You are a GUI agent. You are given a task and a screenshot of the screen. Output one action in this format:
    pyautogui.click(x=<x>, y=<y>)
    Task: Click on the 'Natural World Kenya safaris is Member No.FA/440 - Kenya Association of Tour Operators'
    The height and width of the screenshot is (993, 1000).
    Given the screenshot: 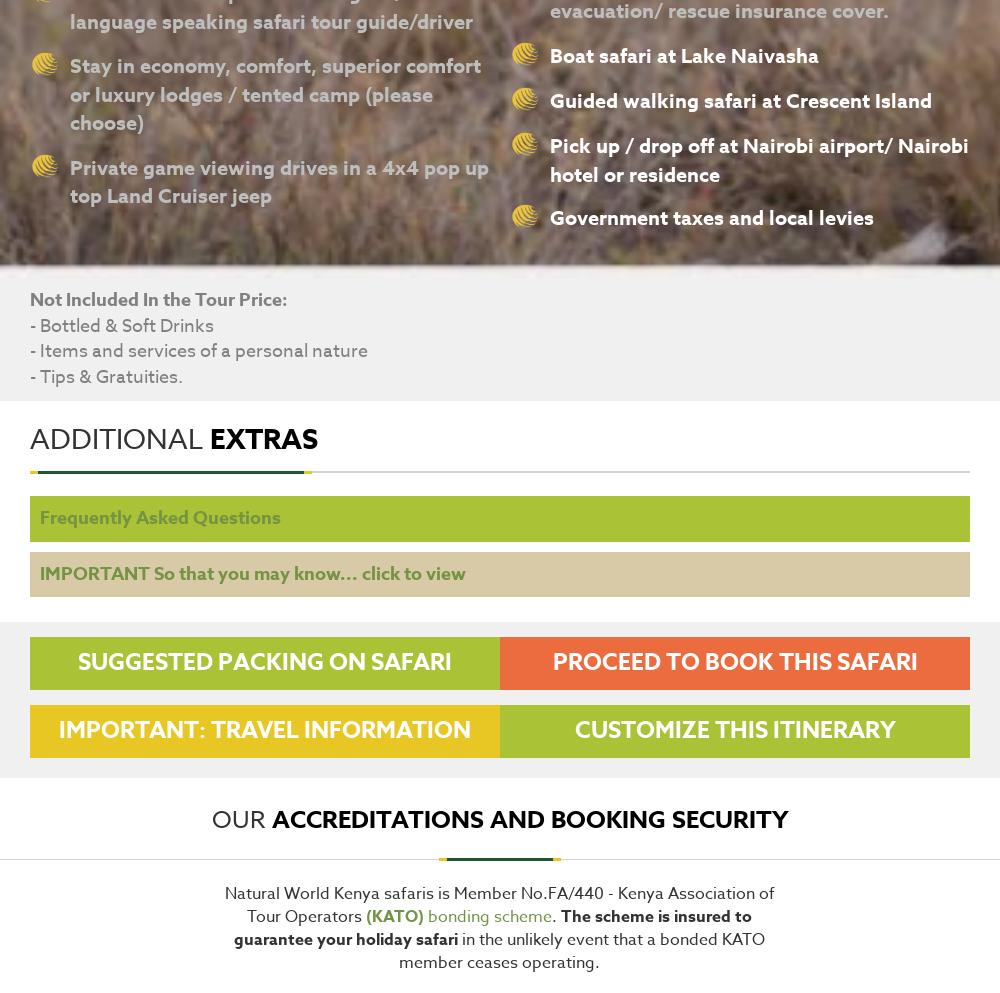 What is the action you would take?
    pyautogui.click(x=498, y=905)
    